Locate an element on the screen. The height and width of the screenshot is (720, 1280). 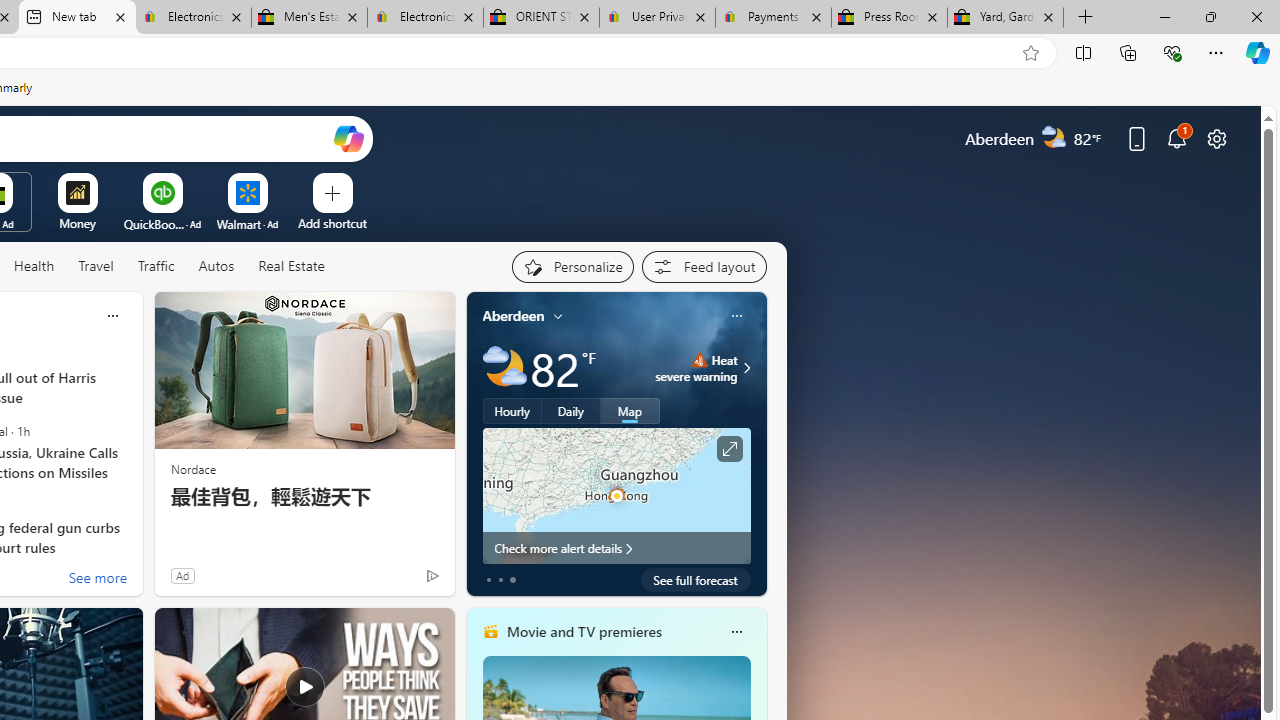
'Heat - Severe Heat severe warning' is located at coordinates (696, 367).